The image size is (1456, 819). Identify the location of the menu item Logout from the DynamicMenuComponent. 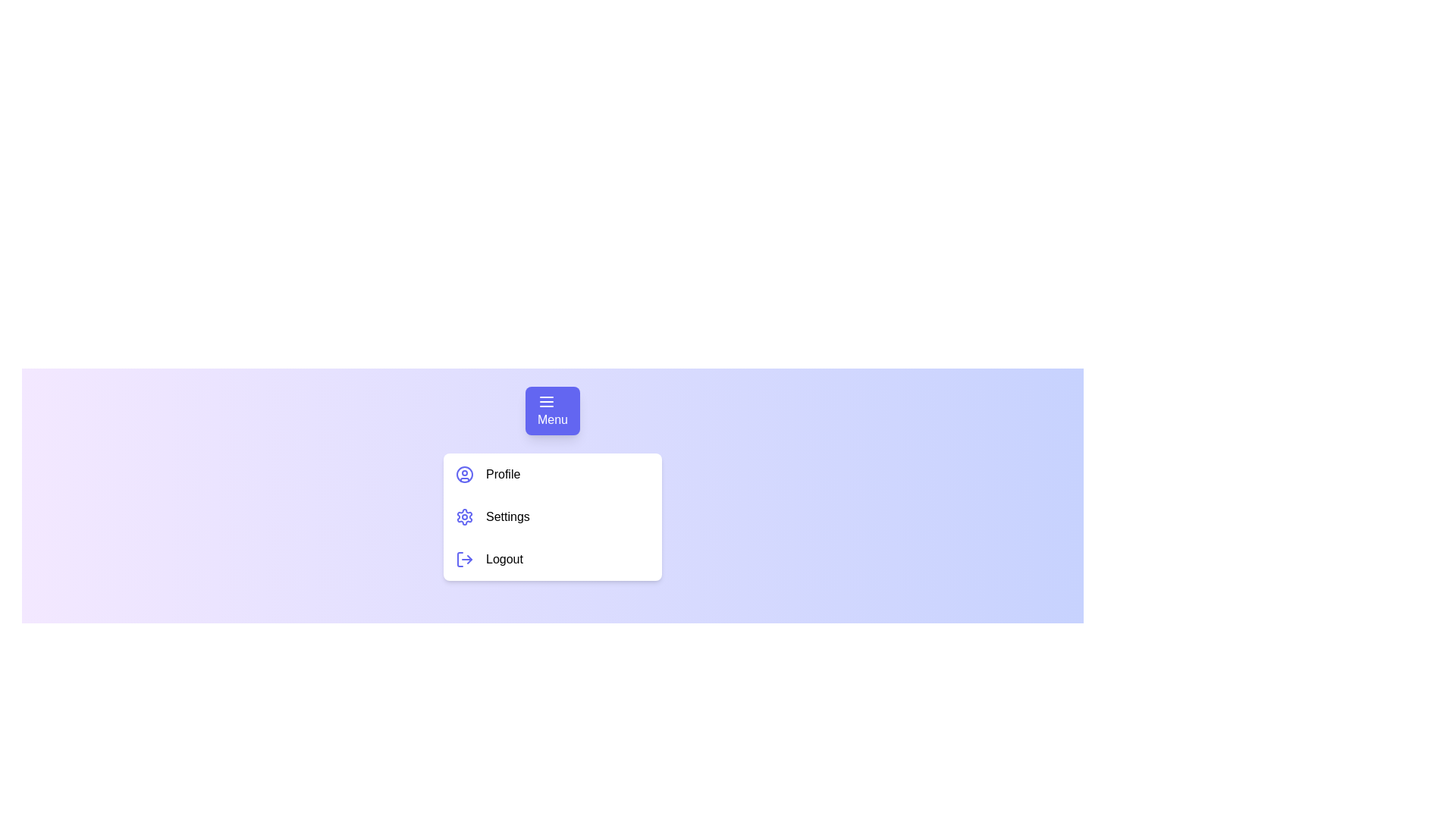
(552, 559).